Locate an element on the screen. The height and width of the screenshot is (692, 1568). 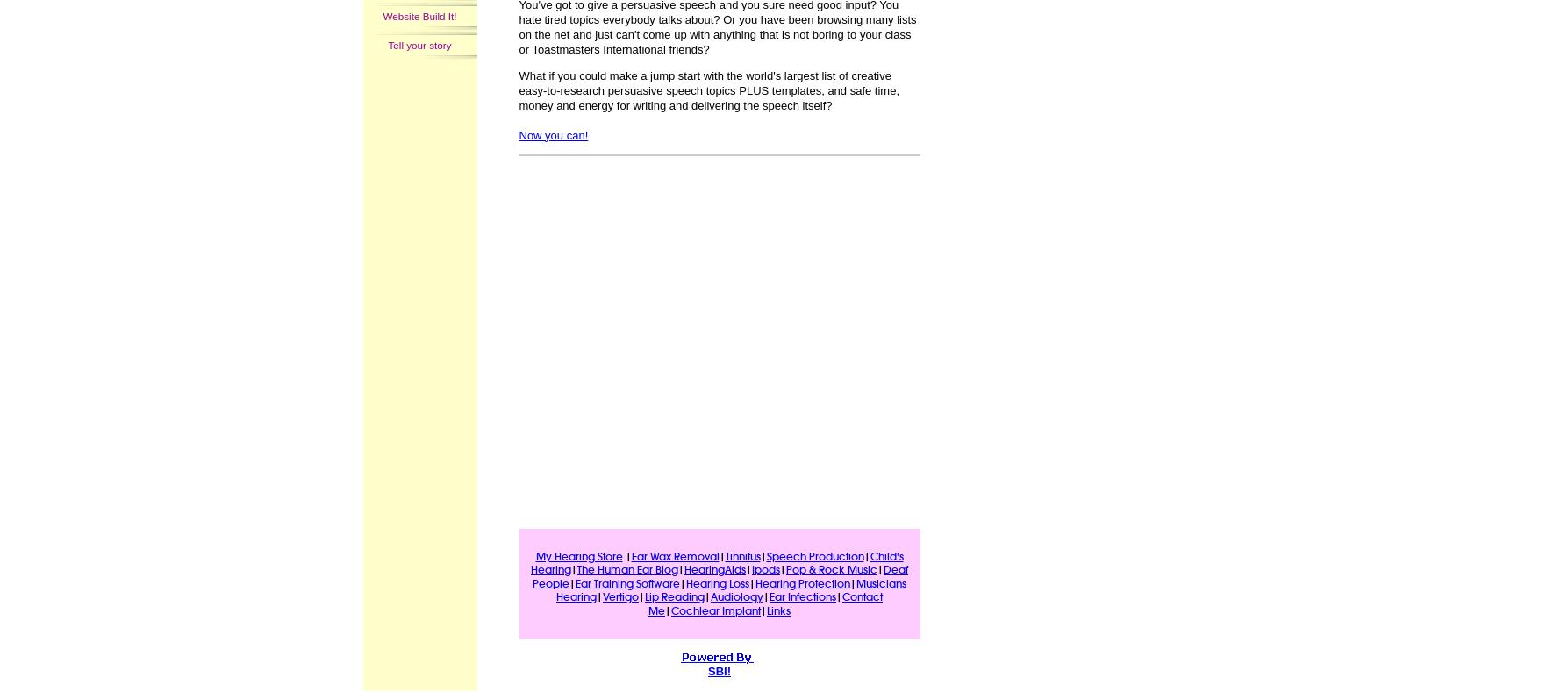
'SBI!' is located at coordinates (720, 670).